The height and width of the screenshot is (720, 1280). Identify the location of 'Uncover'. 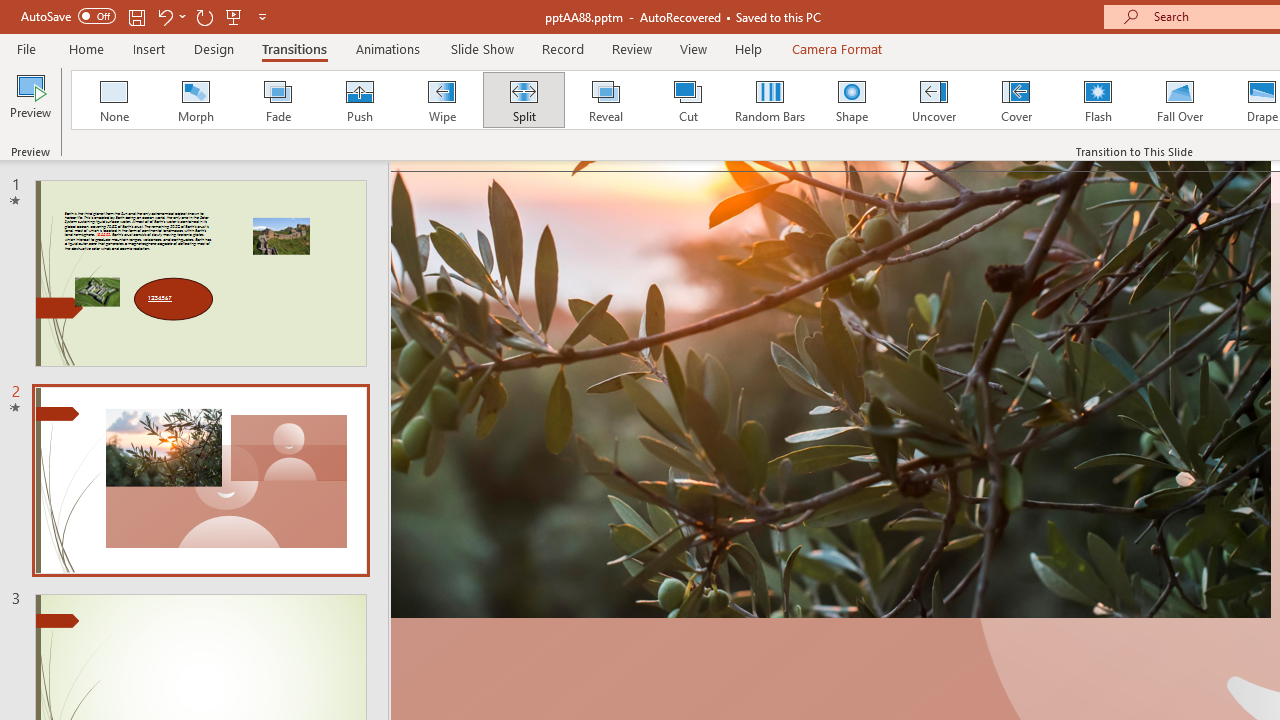
(933, 100).